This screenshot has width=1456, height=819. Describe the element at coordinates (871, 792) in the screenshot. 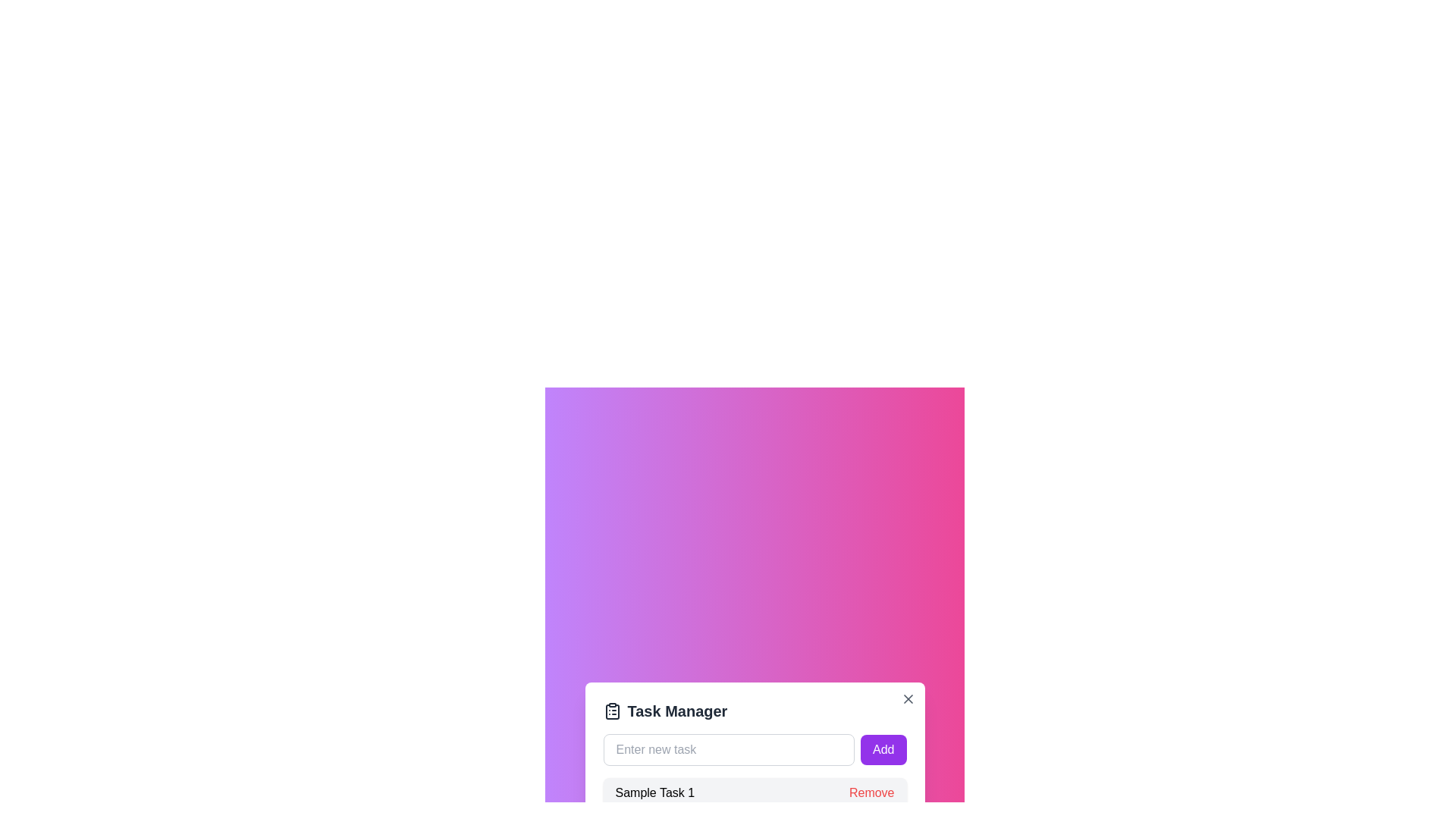

I see `the button located at the far right of the row` at that location.